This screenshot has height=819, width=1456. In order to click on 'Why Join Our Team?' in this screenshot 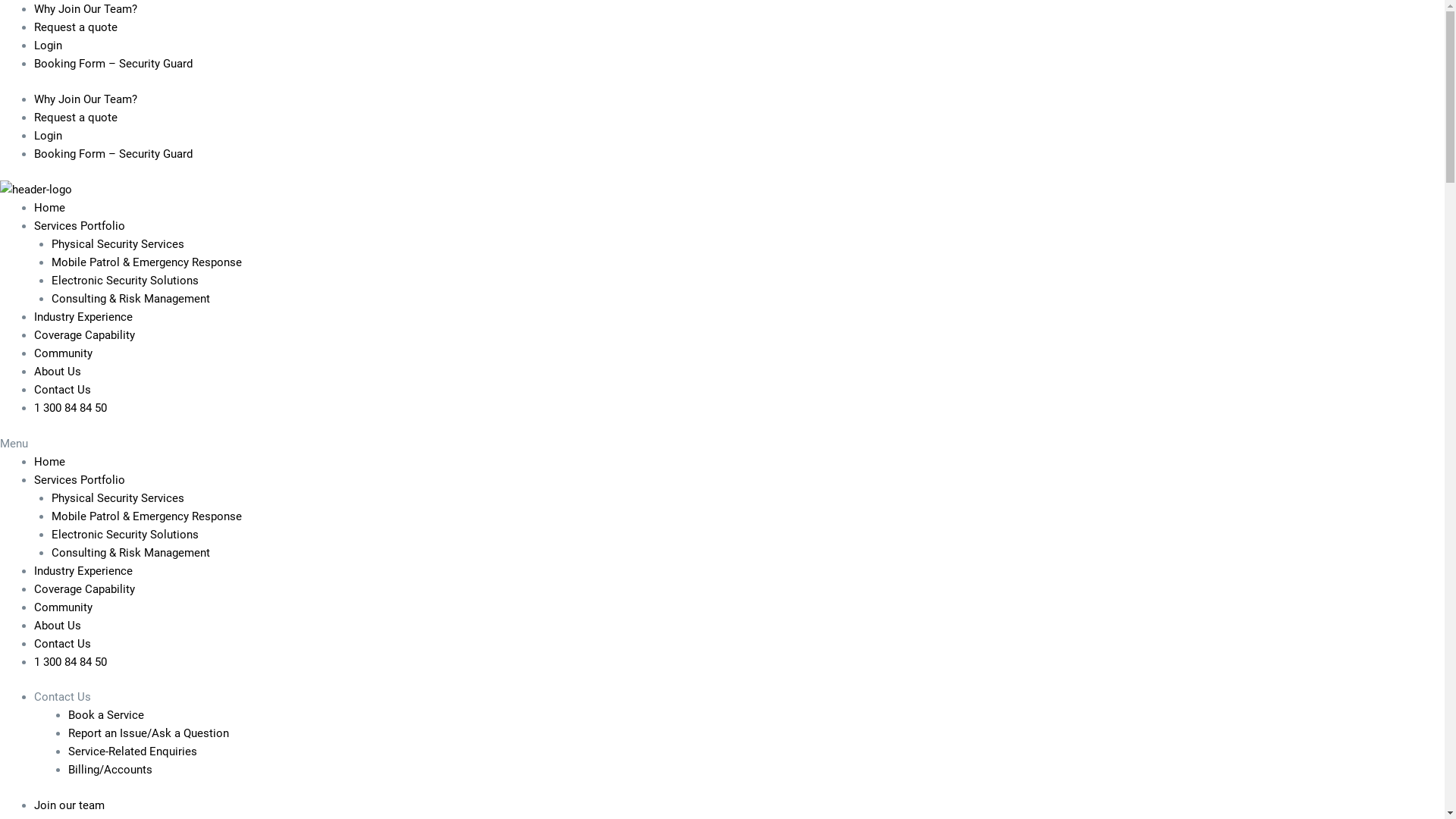, I will do `click(85, 8)`.